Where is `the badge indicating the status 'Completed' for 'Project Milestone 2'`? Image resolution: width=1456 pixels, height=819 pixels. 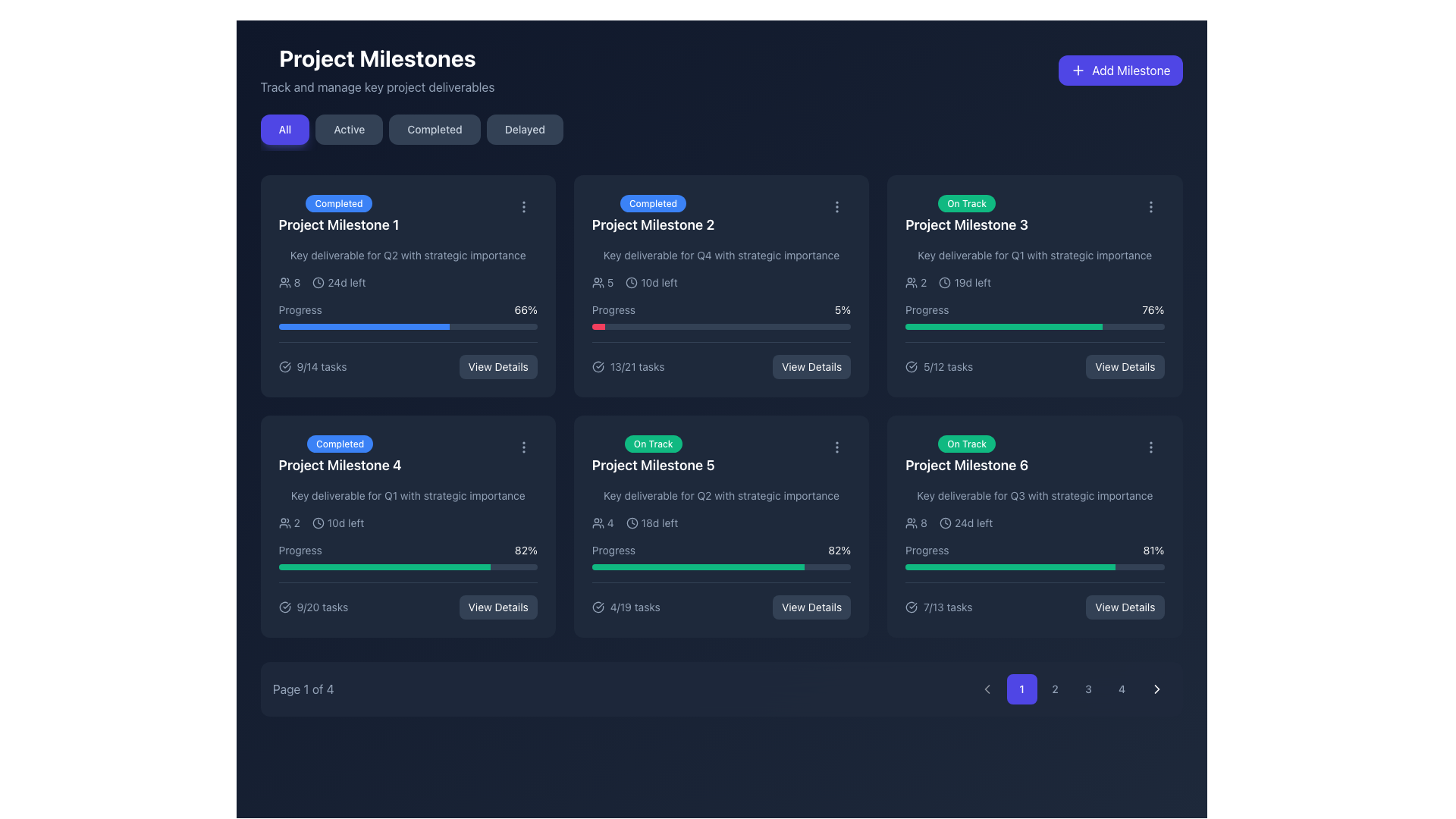 the badge indicating the status 'Completed' for 'Project Milestone 2' is located at coordinates (653, 214).